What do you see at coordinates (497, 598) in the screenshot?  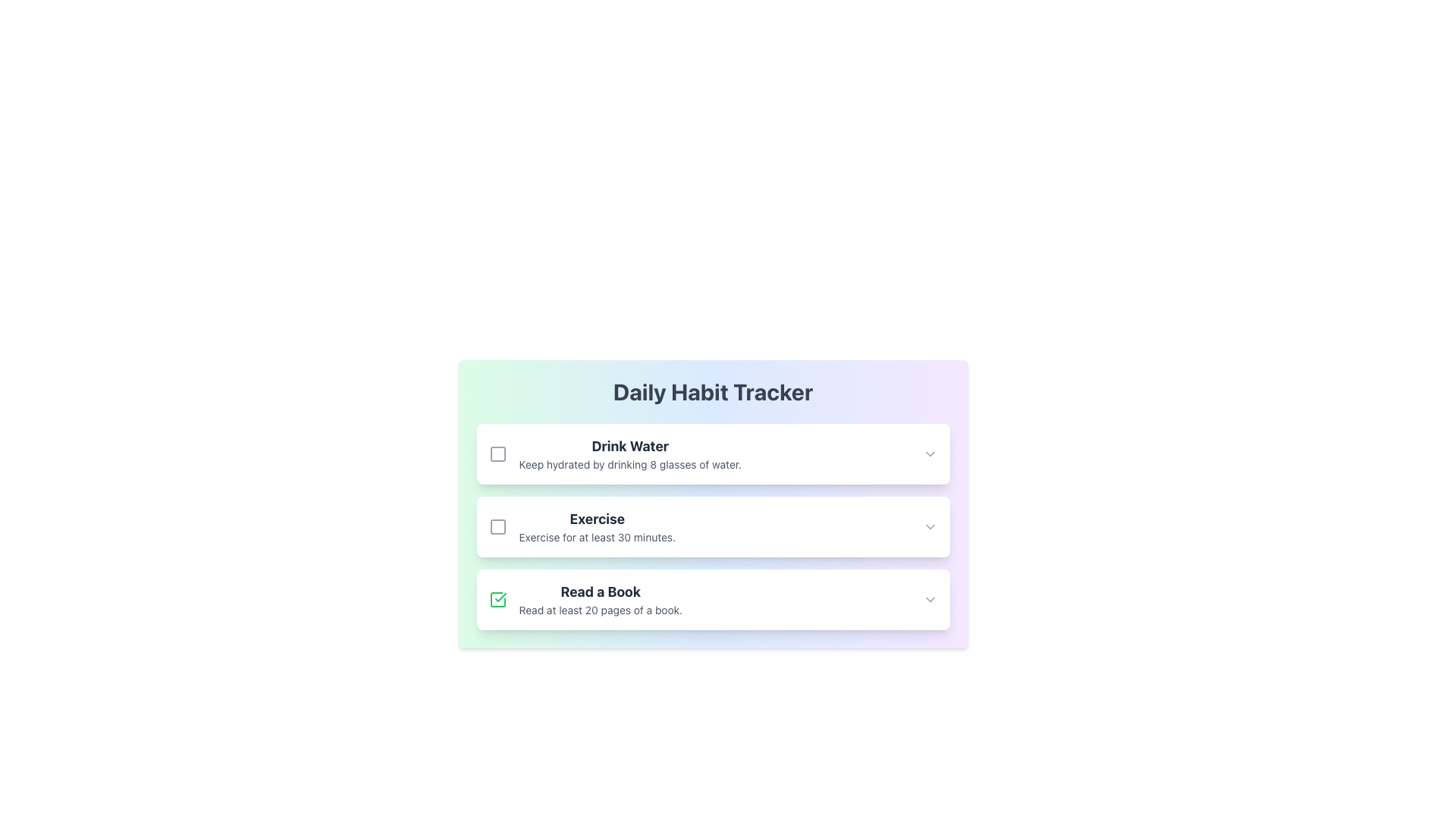 I see `the background or border of the checkbox icon representing the 'checked' state for the 'Read a Book' habit tracker entry in the Daily Habit Tracker interface` at bounding box center [497, 598].